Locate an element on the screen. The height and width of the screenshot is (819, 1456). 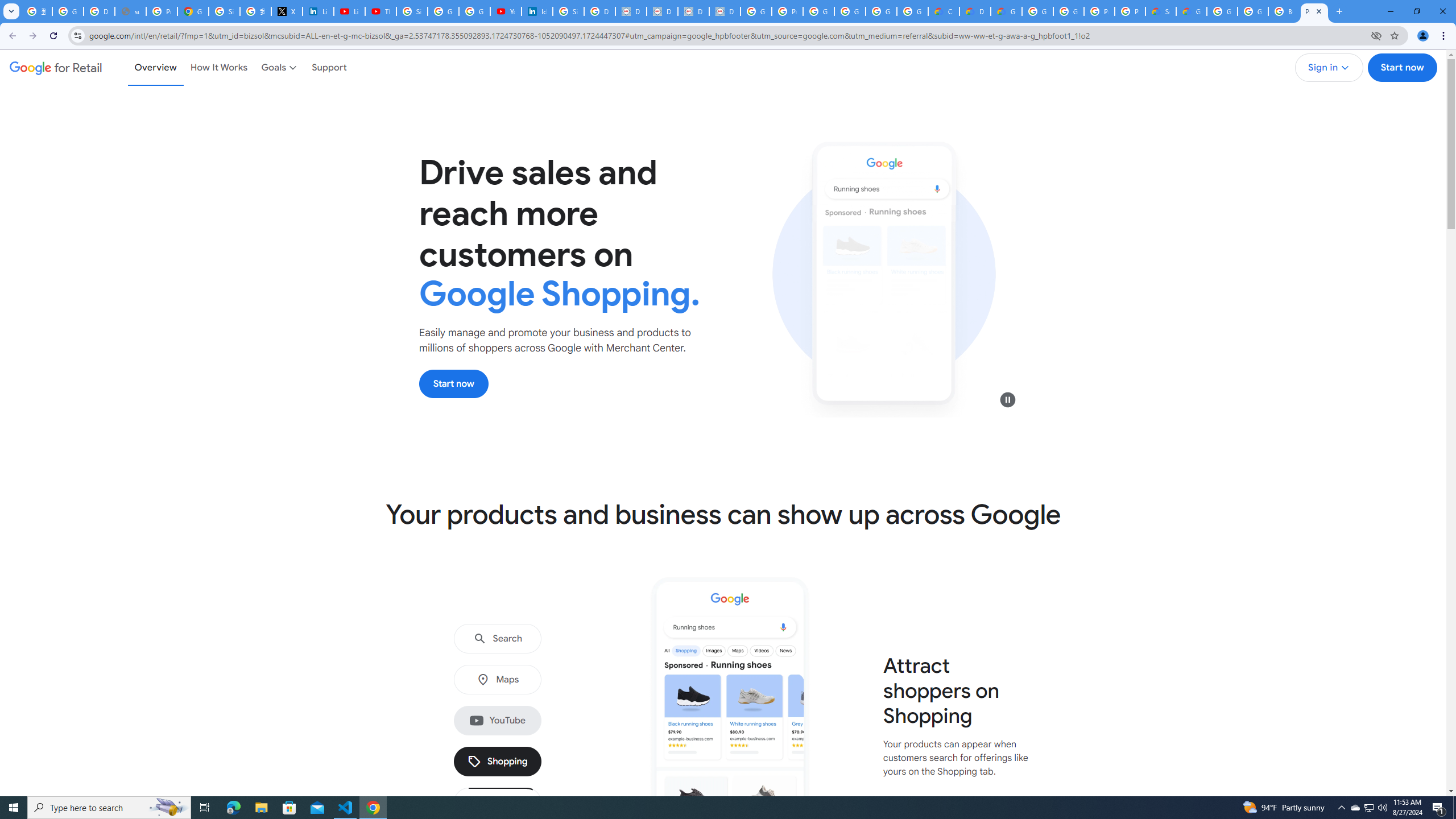
'Shopping' is located at coordinates (498, 761).